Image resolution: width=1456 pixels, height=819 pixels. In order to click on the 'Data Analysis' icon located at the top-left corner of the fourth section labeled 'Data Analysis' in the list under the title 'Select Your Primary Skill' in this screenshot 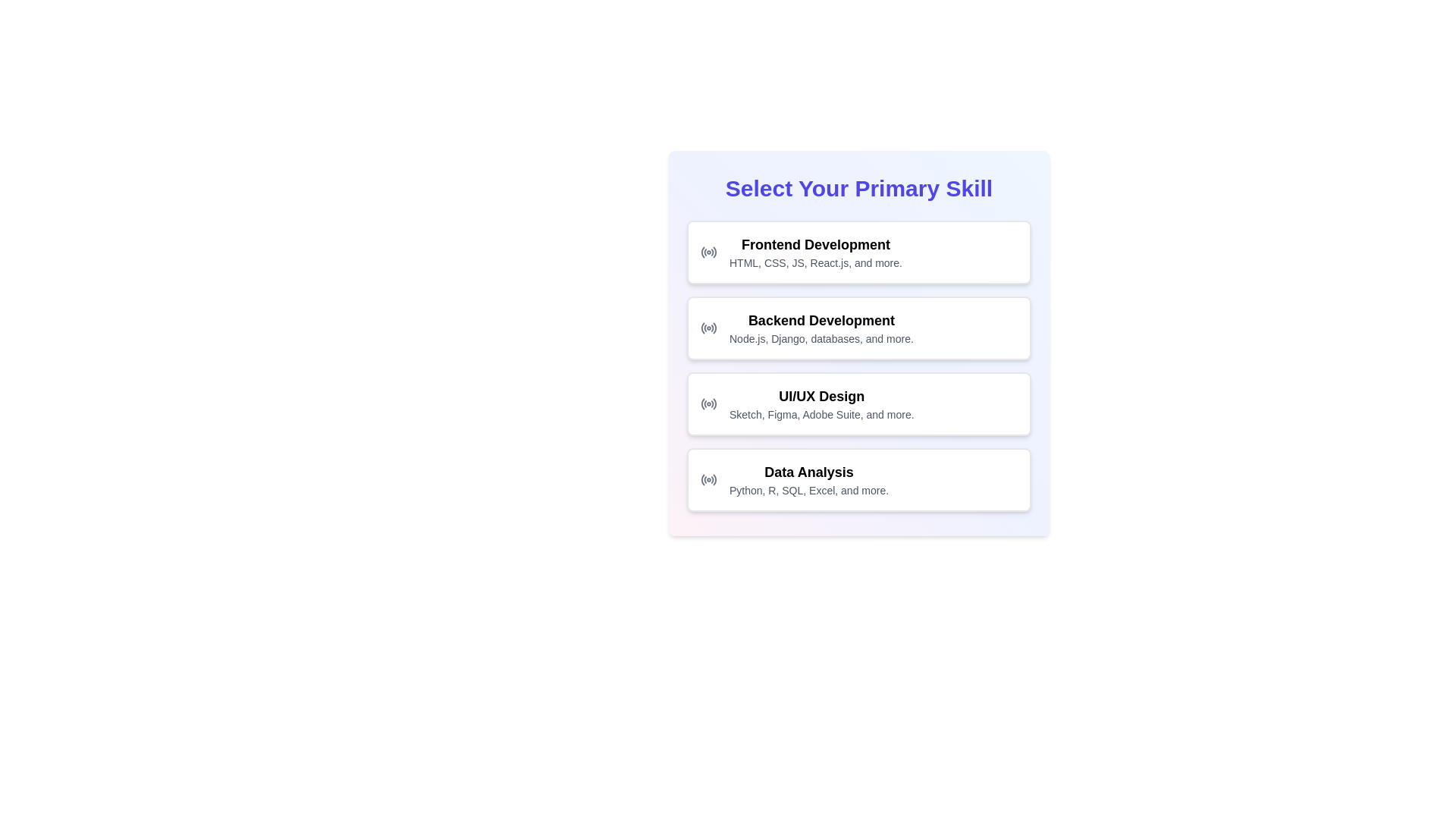, I will do `click(708, 479)`.